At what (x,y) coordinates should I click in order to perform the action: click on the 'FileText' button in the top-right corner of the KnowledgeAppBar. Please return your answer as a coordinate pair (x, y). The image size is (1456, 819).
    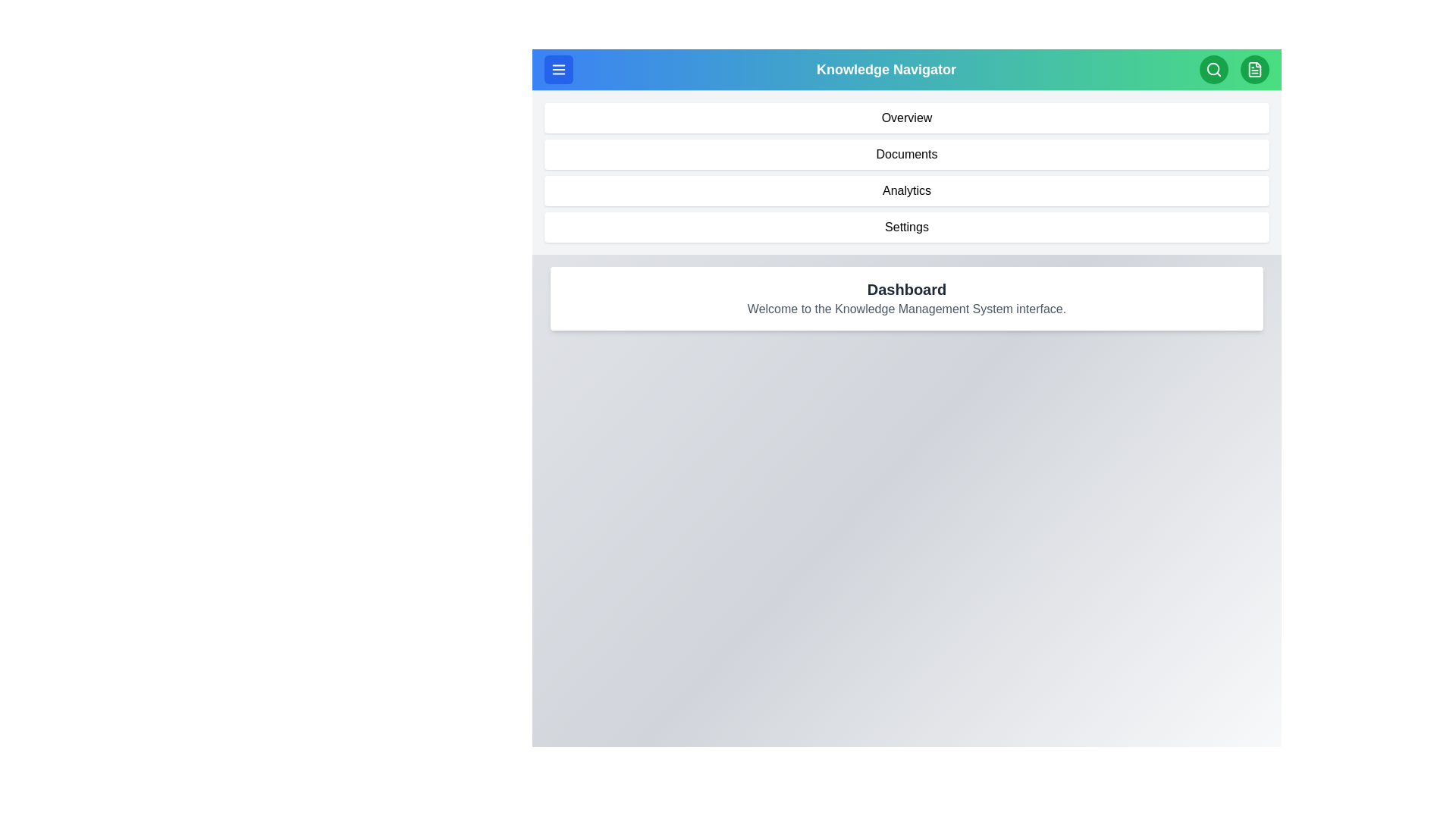
    Looking at the image, I should click on (1255, 70).